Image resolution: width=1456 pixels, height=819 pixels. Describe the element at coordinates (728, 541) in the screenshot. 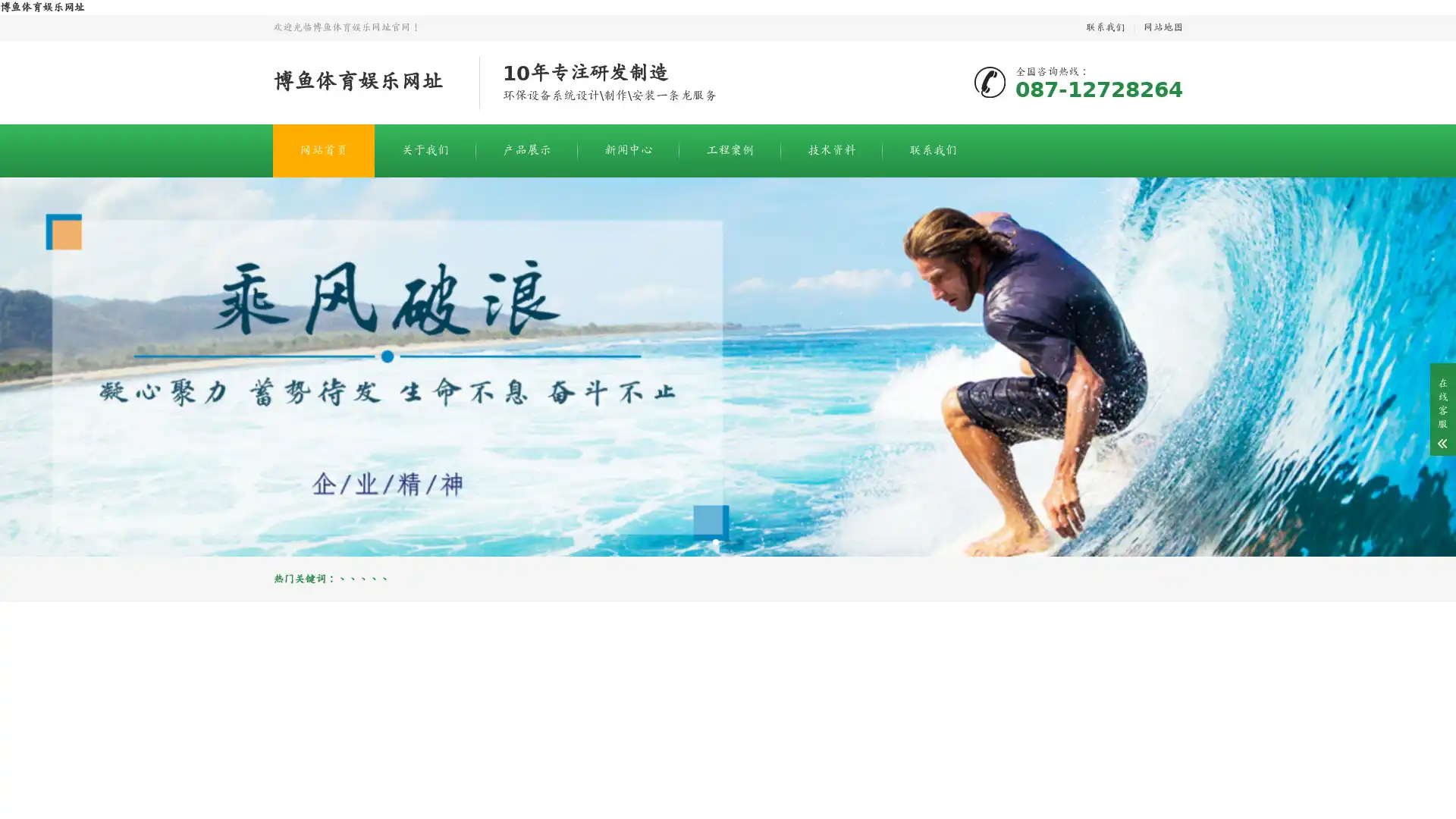

I see `Go to slide 2` at that location.